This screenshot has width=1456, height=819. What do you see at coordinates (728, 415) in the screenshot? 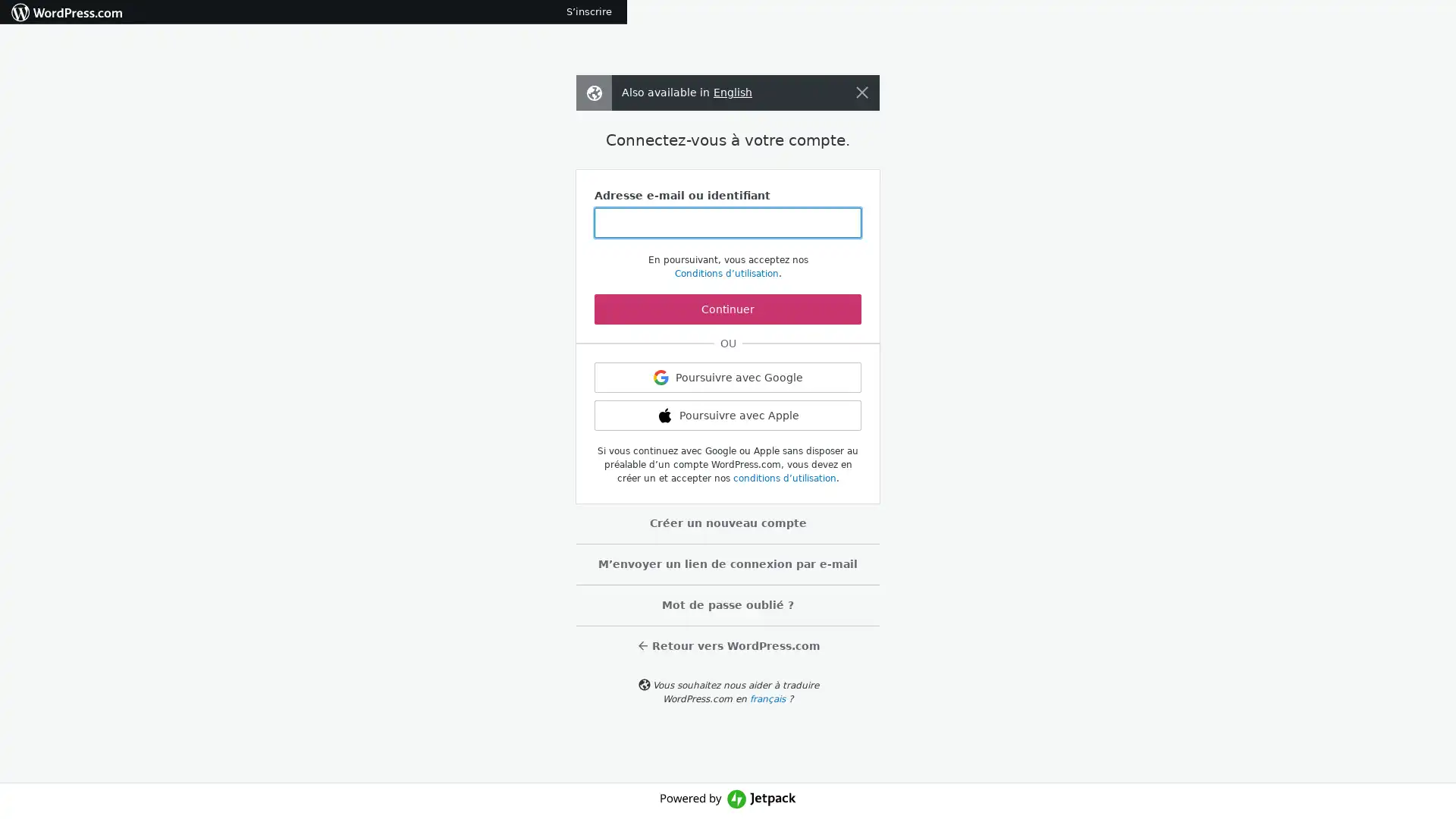
I see `Poursuivre avec Apple` at bounding box center [728, 415].